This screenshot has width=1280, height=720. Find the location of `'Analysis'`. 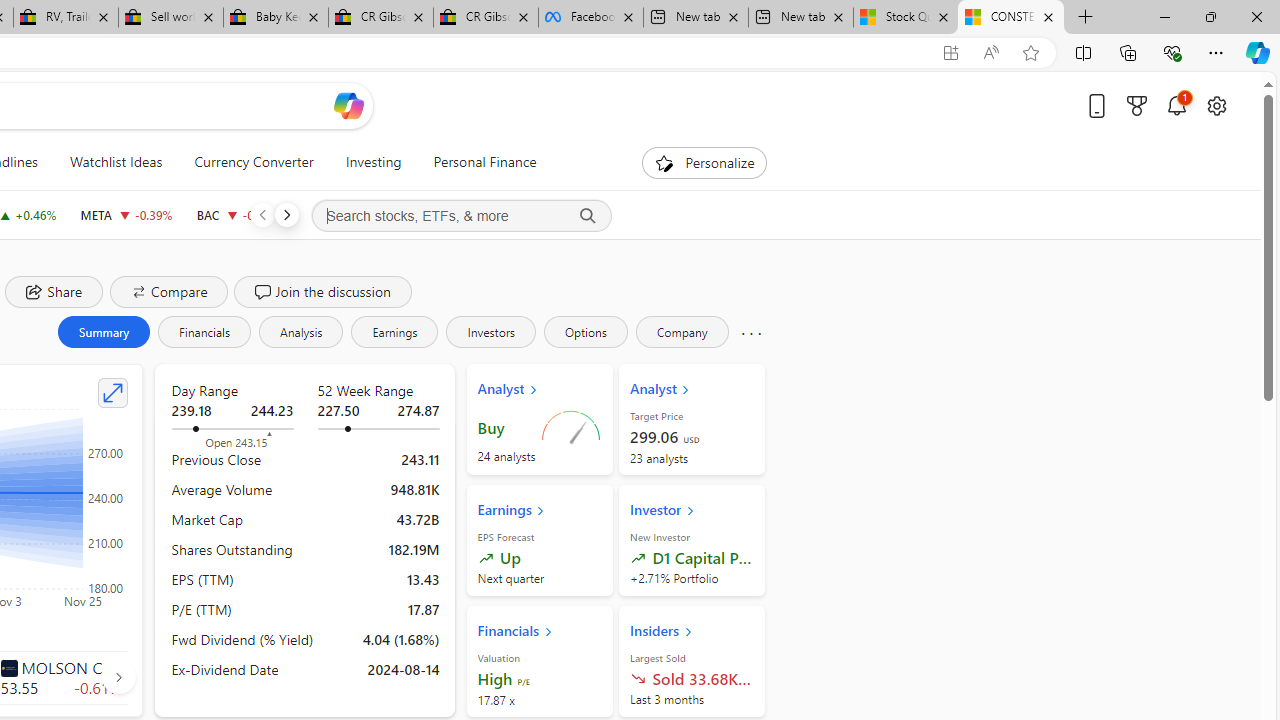

'Analysis' is located at coordinates (300, 330).